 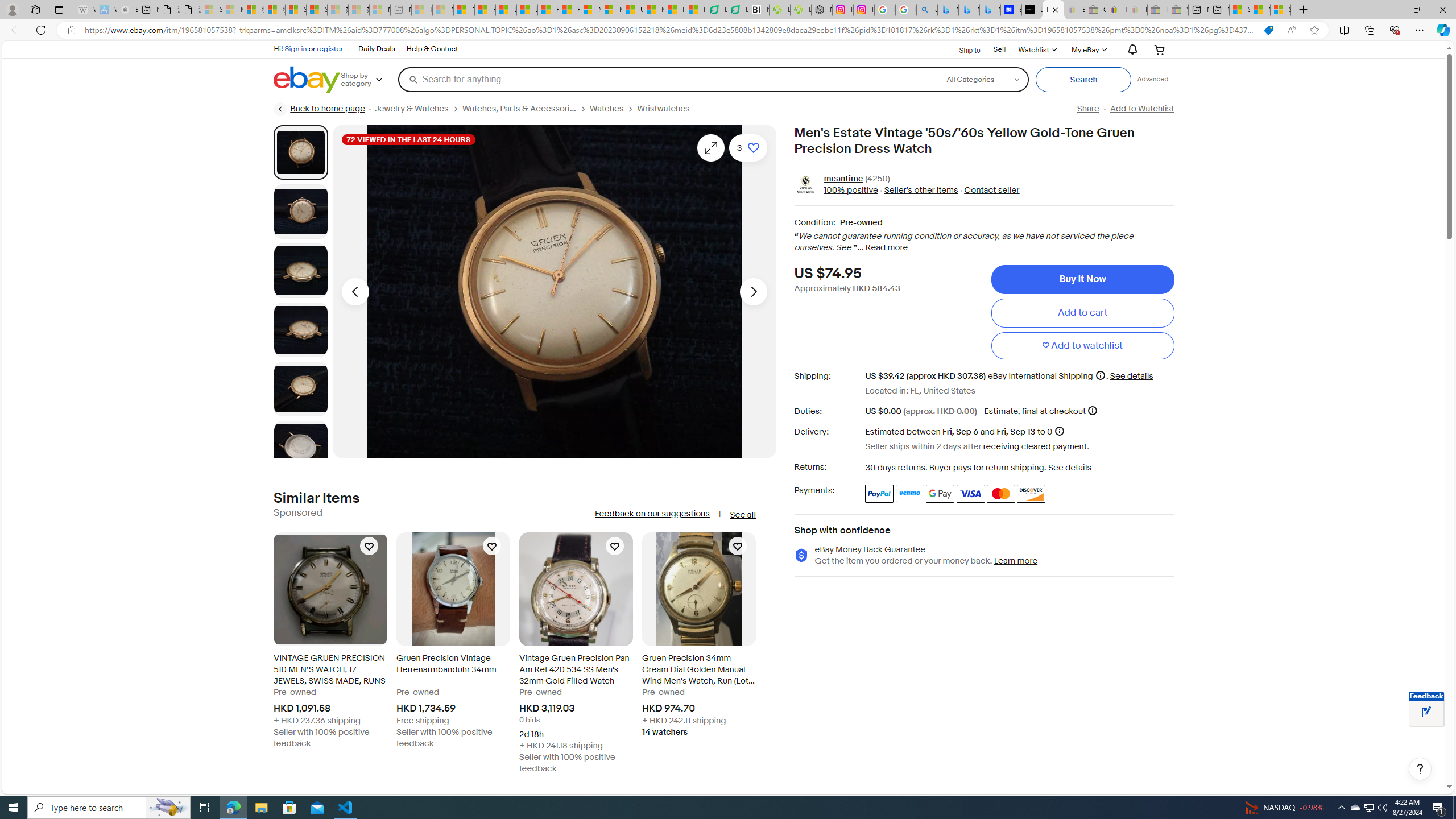 I want to click on 'Top Stories - MSN - Sleeping', so click(x=421, y=9).